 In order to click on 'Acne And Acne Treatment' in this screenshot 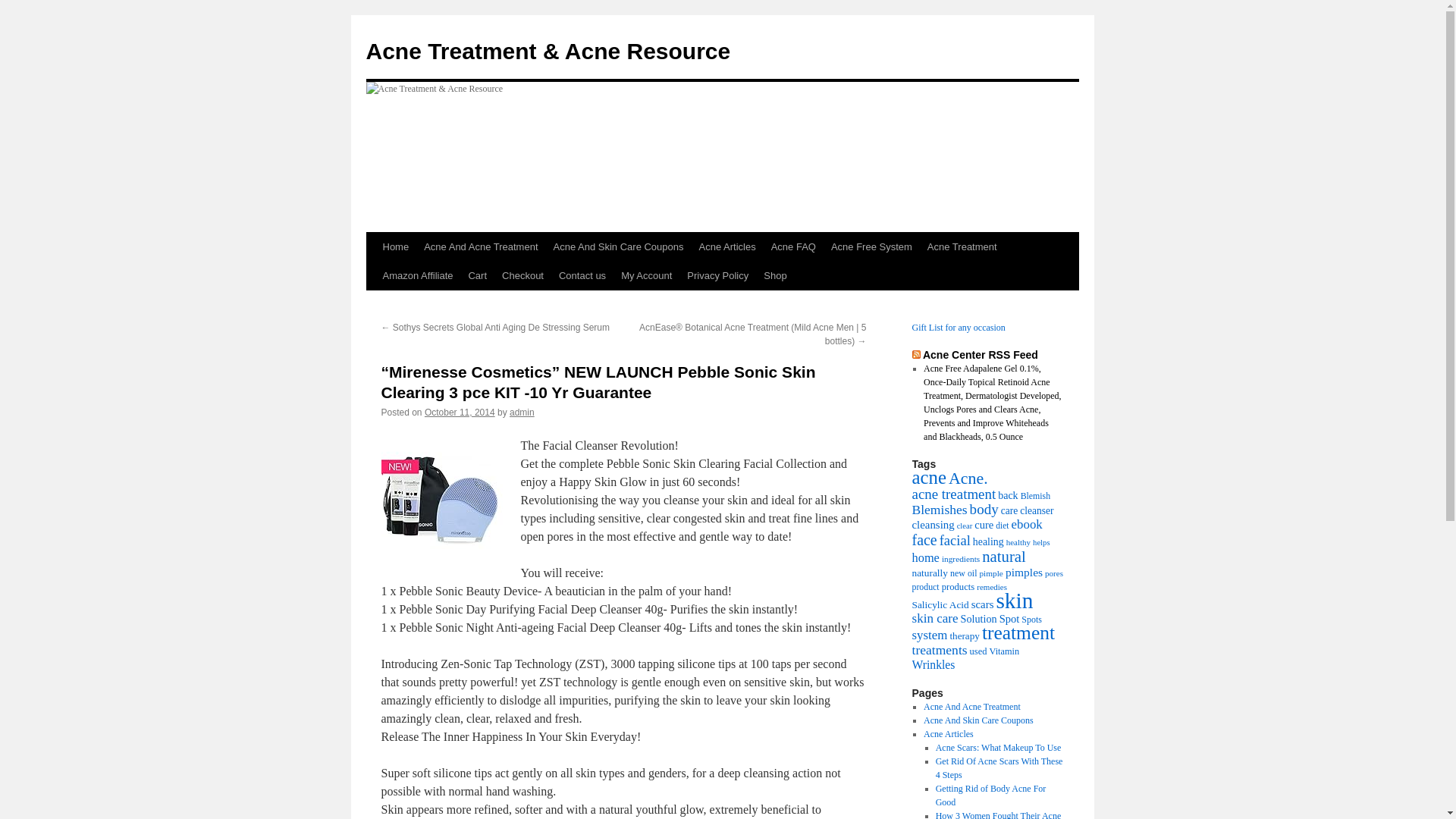, I will do `click(416, 246)`.